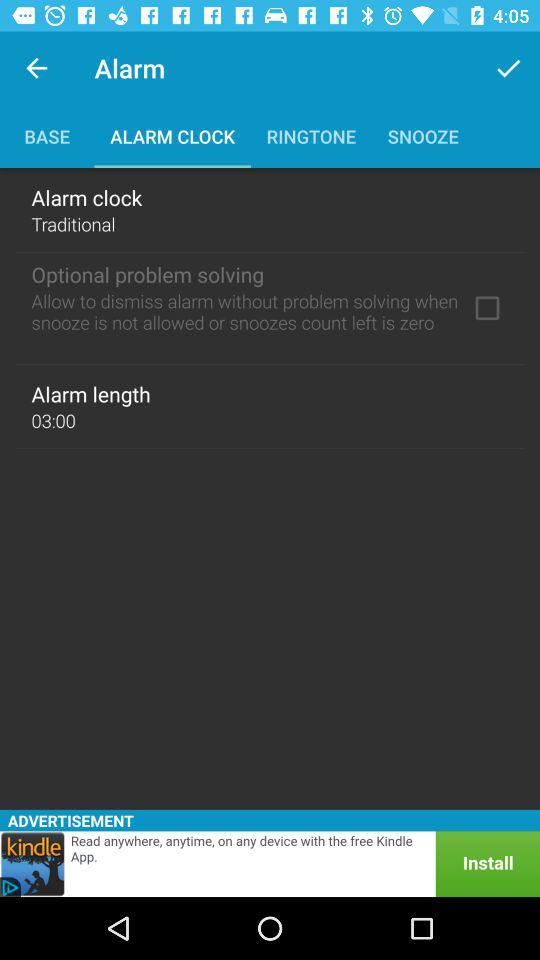  I want to click on app to the left of alarm app, so click(36, 68).